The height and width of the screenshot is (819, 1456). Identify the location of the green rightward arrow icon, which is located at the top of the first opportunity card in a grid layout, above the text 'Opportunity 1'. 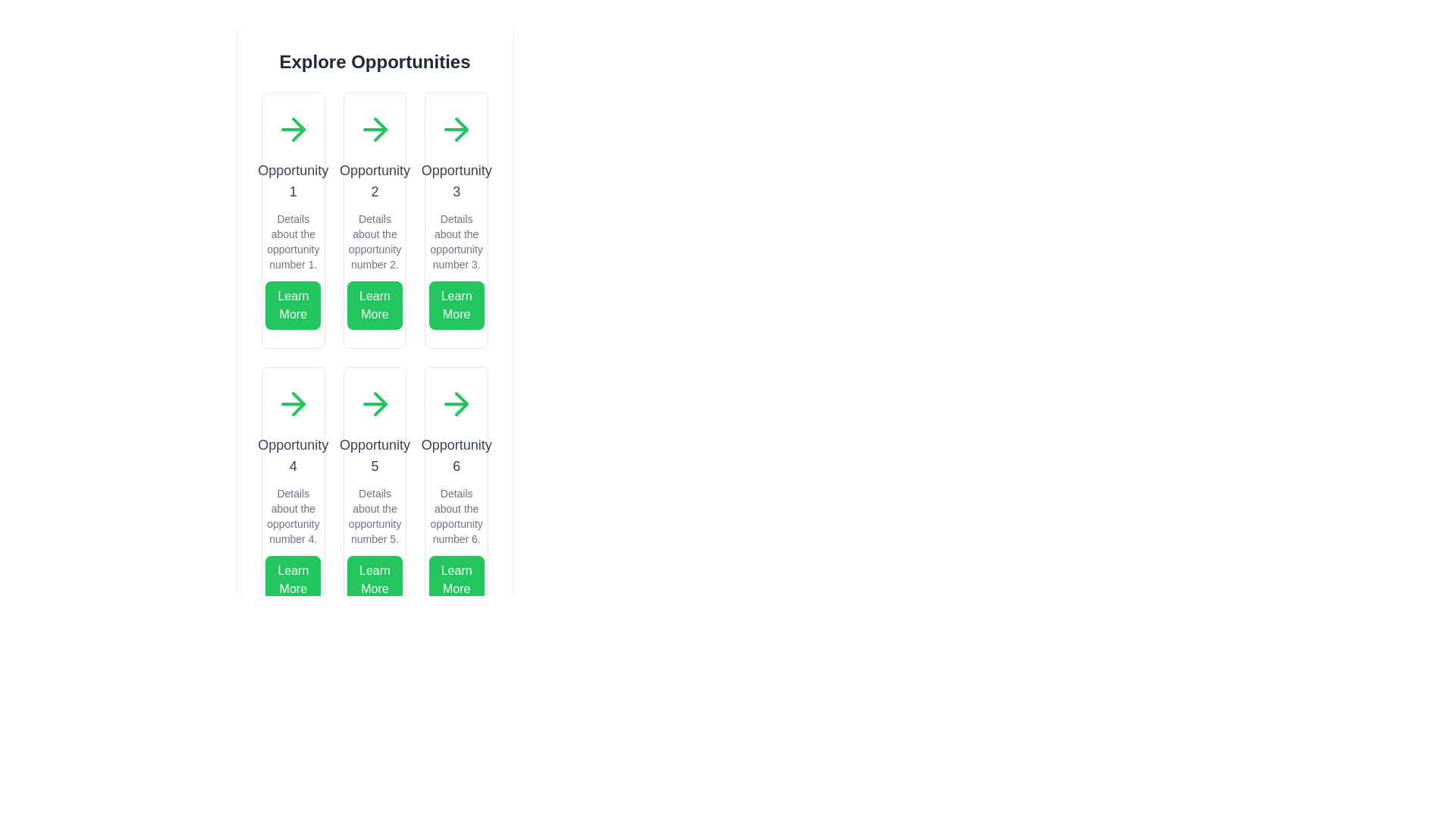
(293, 128).